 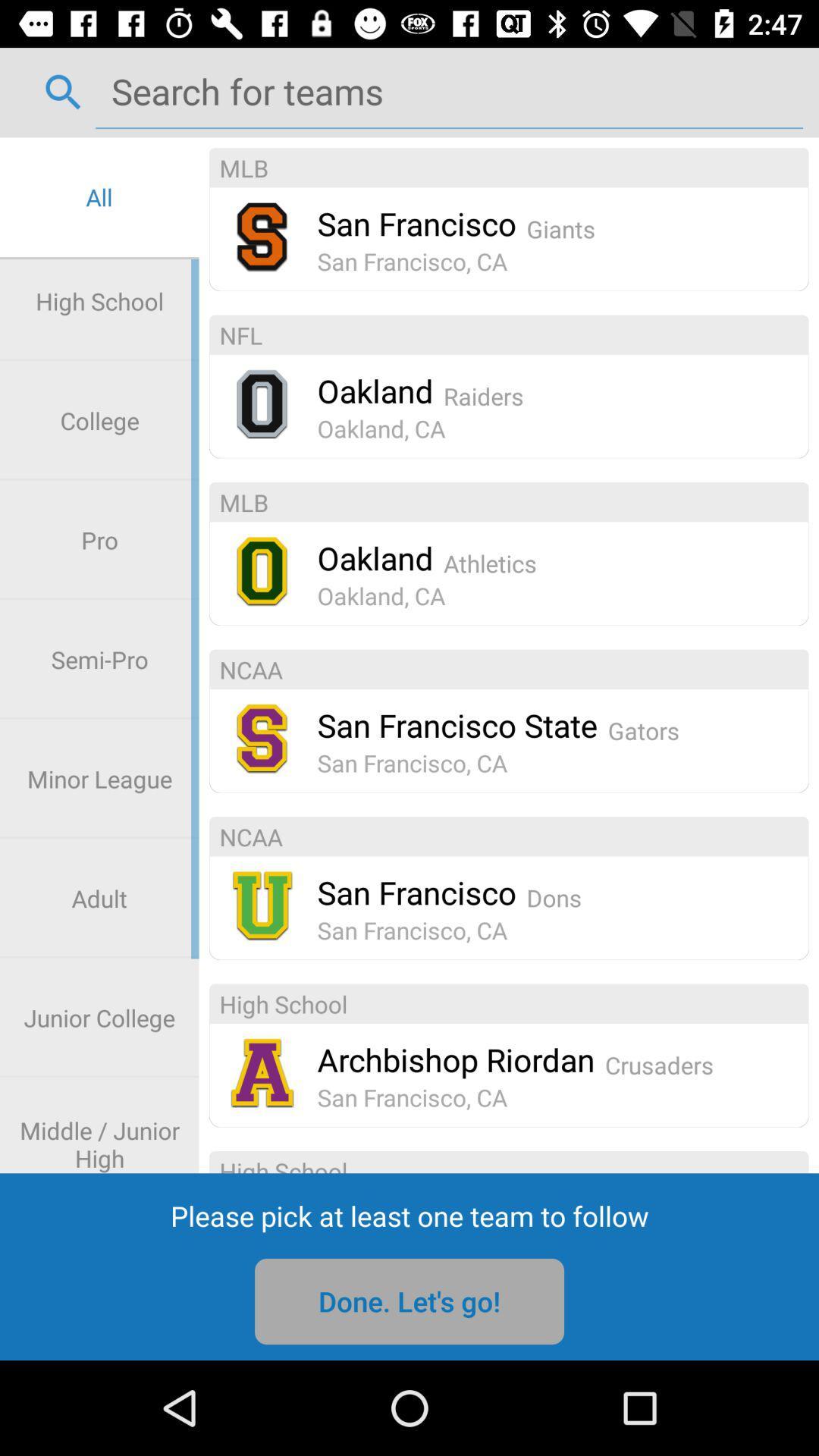 What do you see at coordinates (409, 1301) in the screenshot?
I see `item below the please pick at icon` at bounding box center [409, 1301].